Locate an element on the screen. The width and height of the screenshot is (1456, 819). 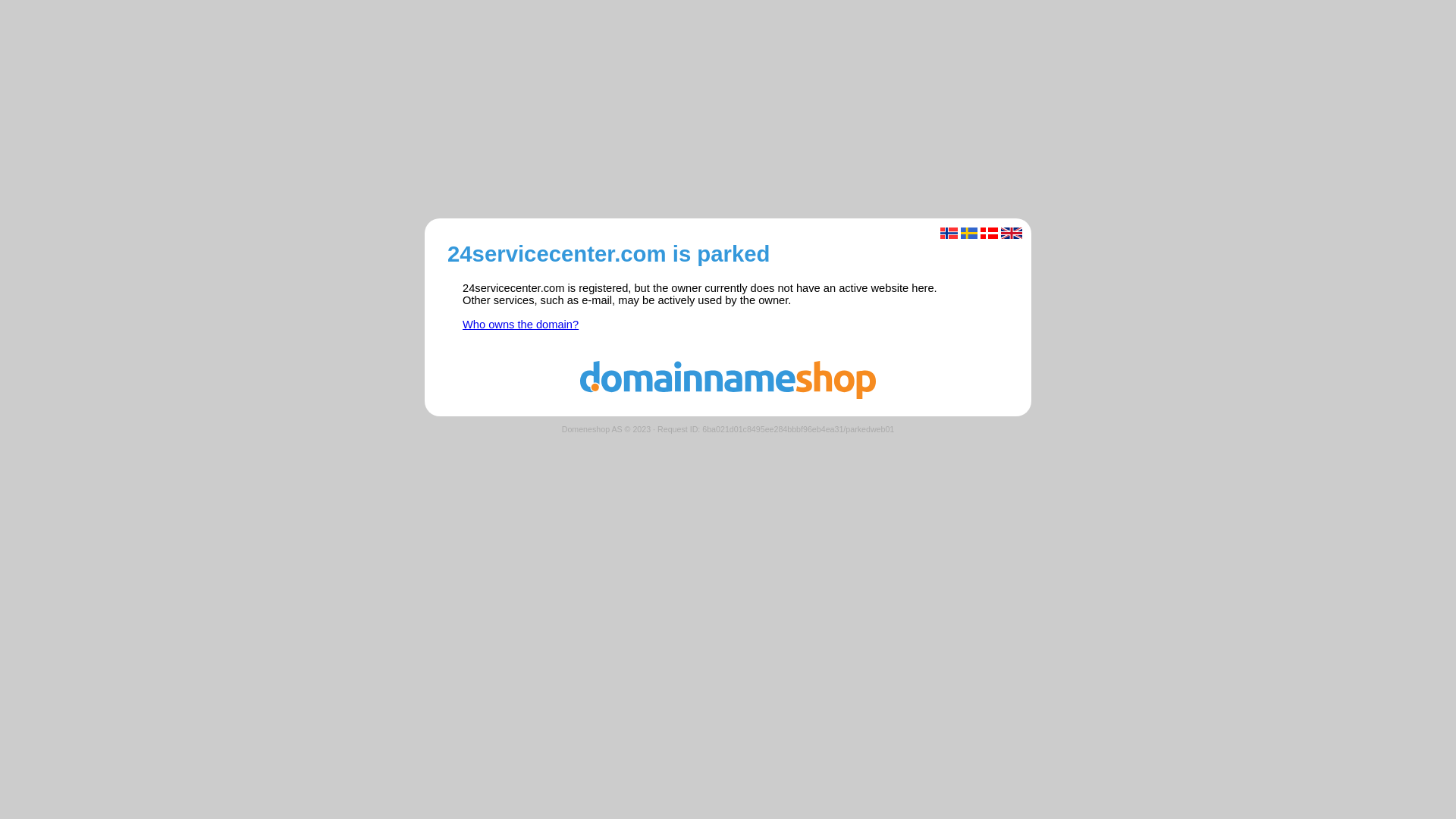
'English' is located at coordinates (1012, 233).